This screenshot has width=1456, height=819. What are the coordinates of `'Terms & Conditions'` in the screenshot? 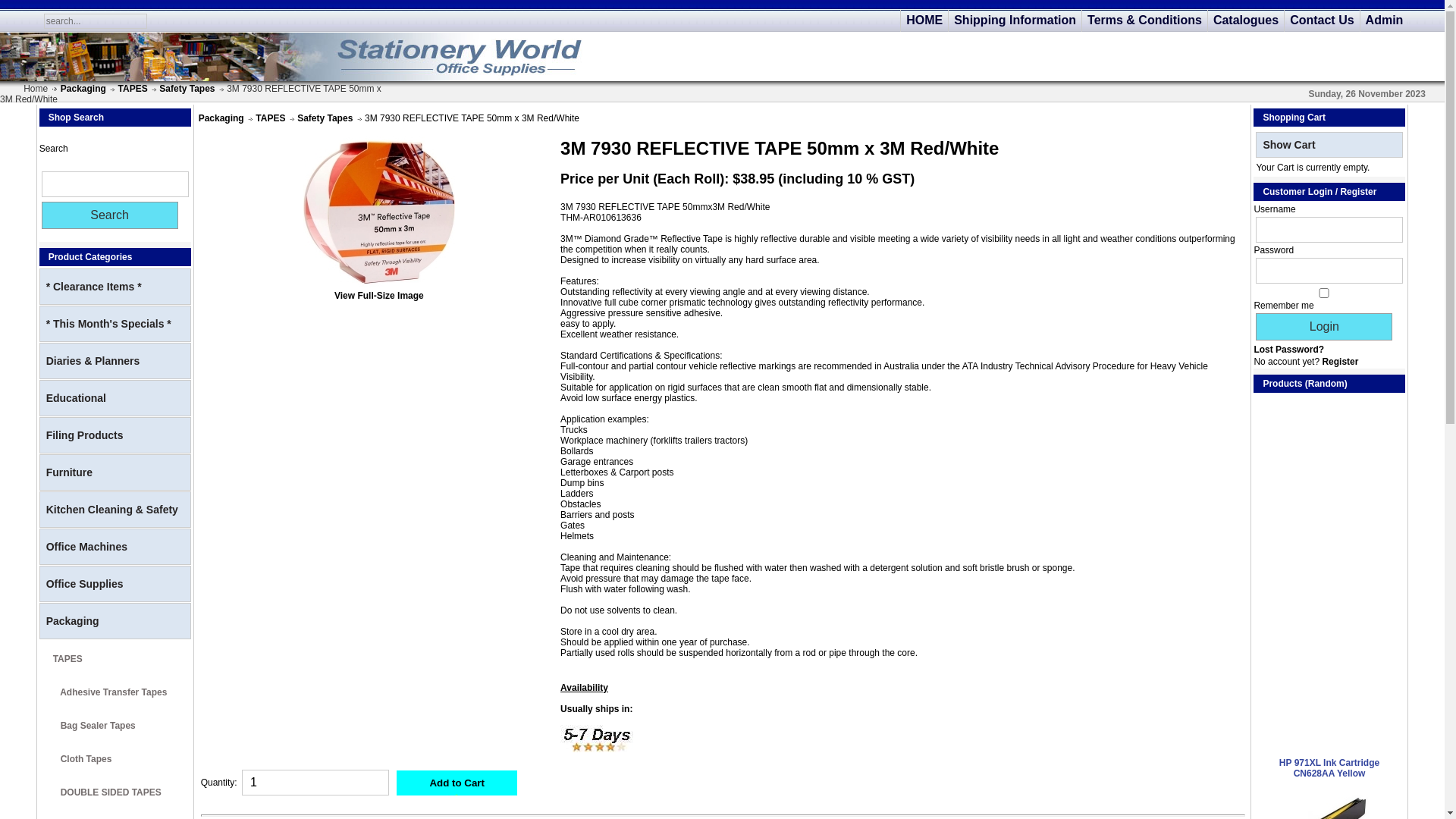 It's located at (1083, 20).